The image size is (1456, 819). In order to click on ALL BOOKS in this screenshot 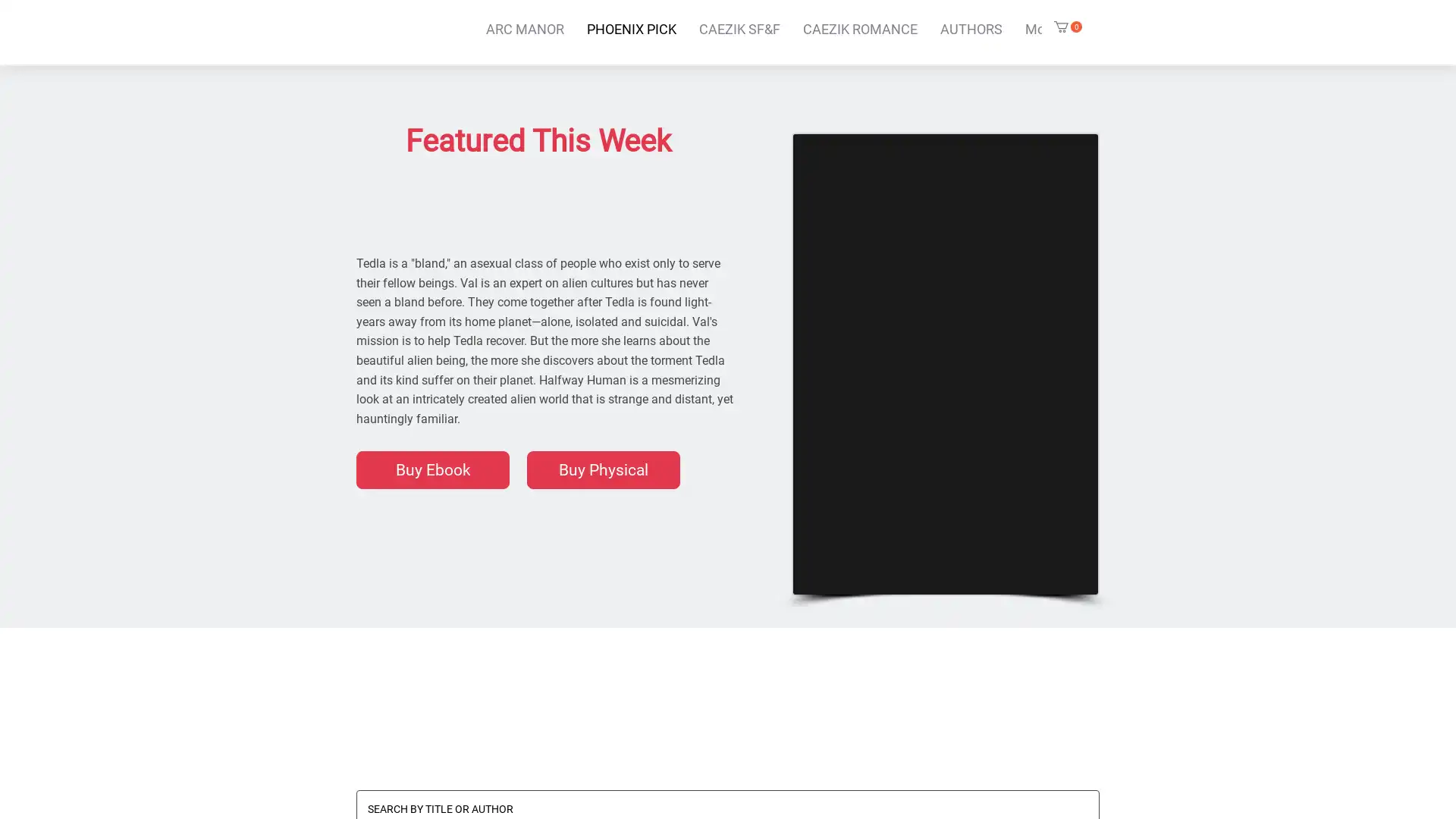, I will do `click(403, 757)`.